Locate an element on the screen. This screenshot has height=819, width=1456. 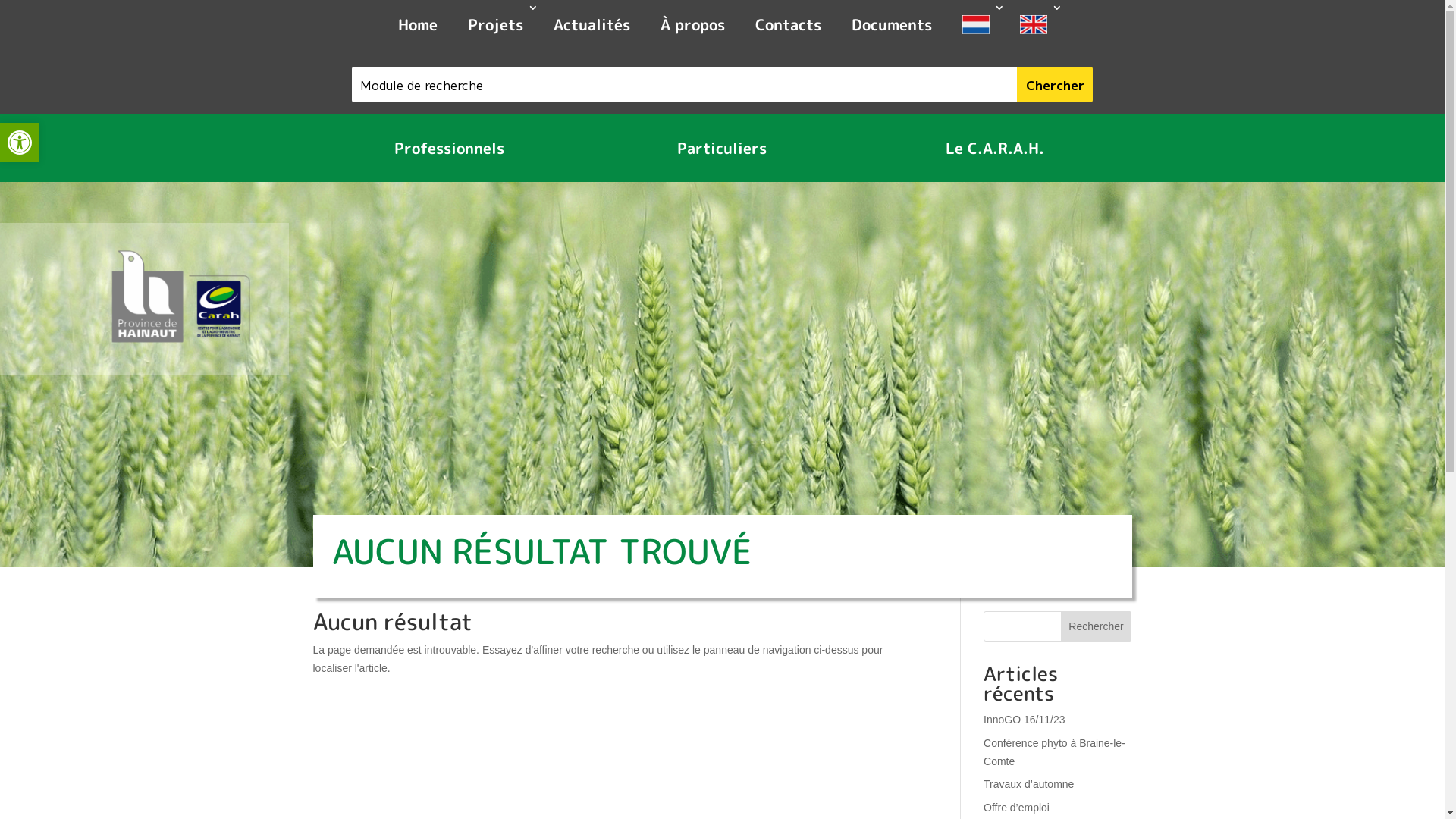
'Particuliers' is located at coordinates (662, 148).